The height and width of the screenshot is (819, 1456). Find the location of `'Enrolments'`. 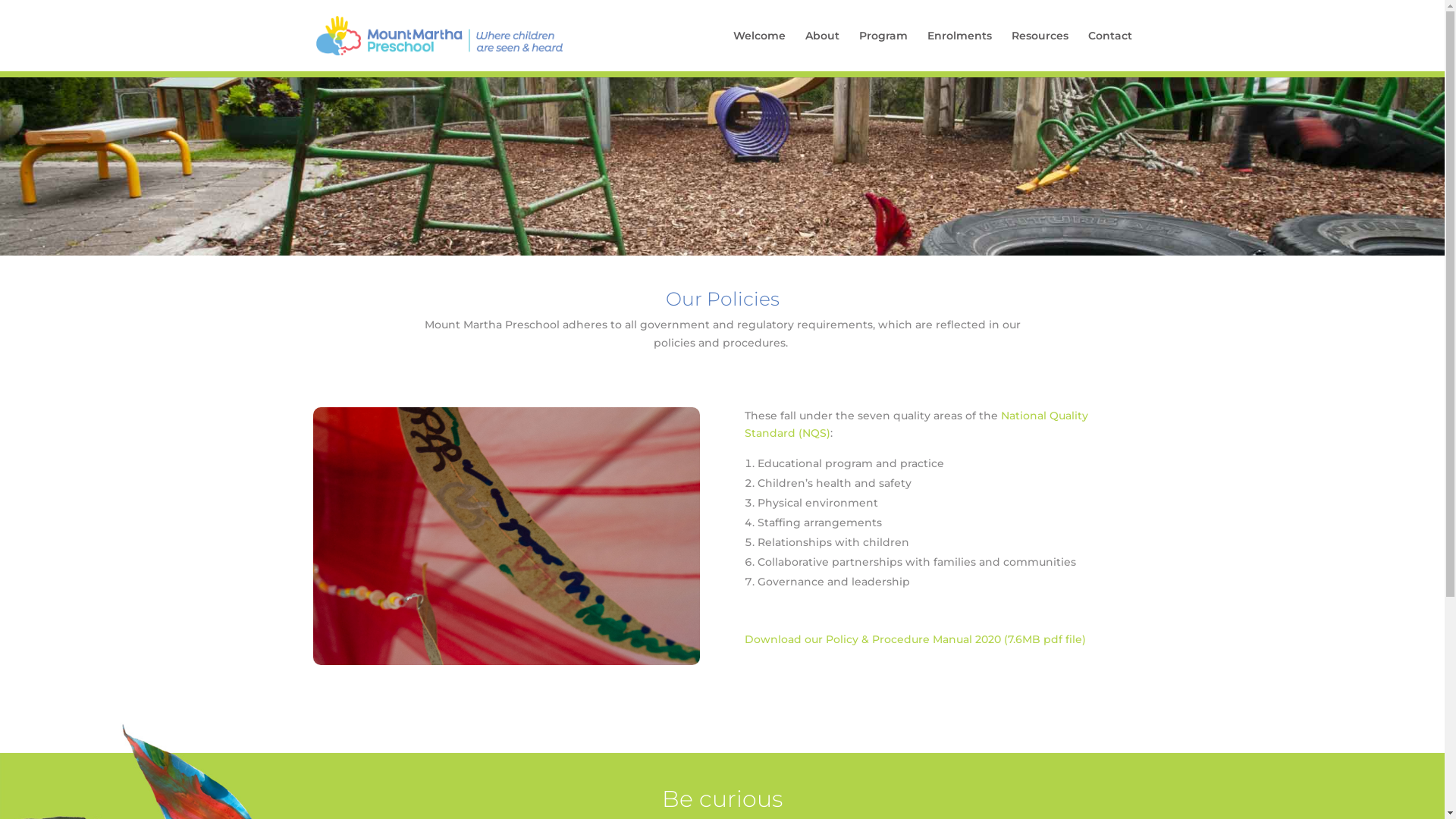

'Enrolments' is located at coordinates (958, 49).